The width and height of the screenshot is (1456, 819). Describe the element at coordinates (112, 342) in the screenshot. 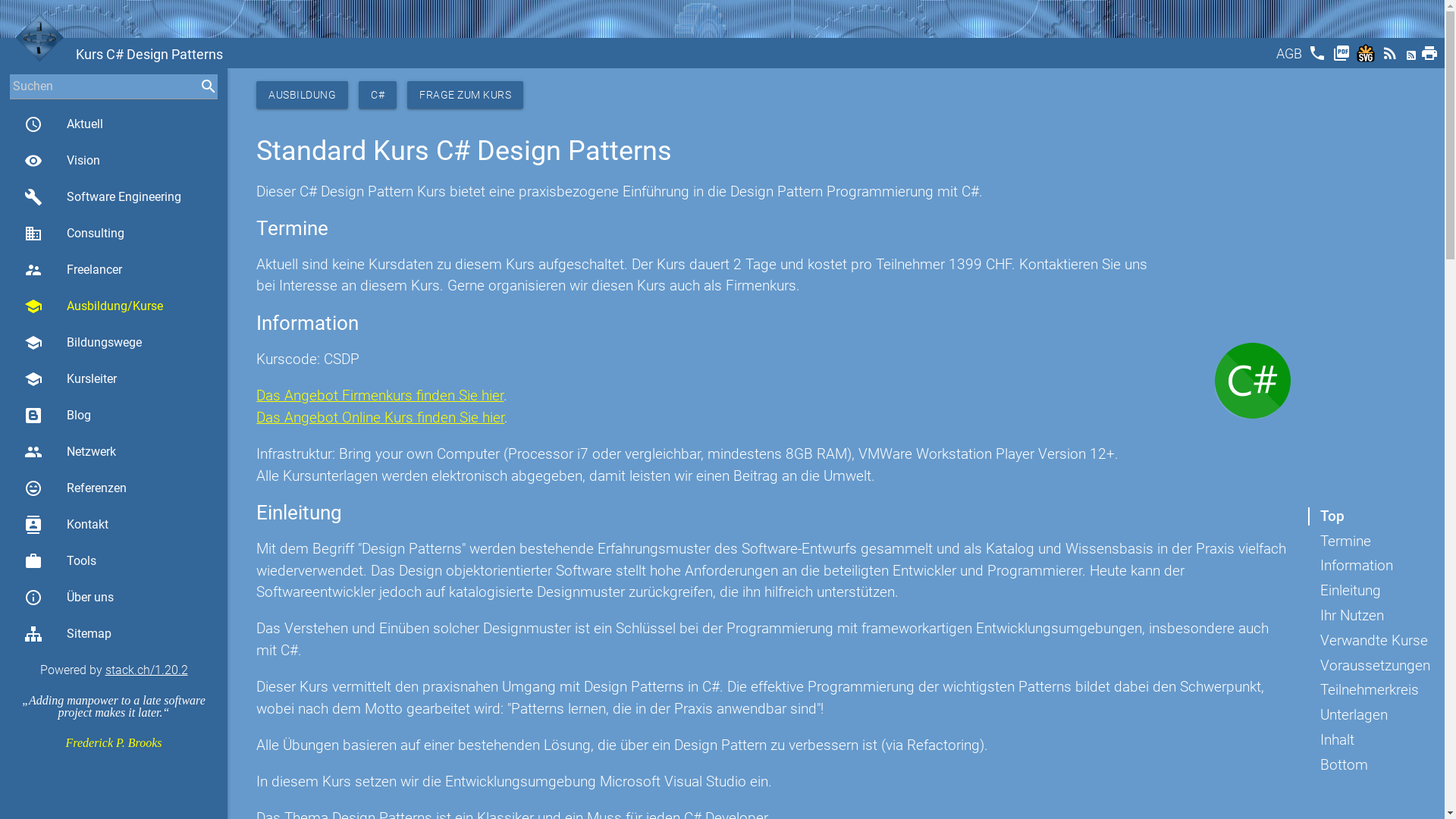

I see `'school` at that location.